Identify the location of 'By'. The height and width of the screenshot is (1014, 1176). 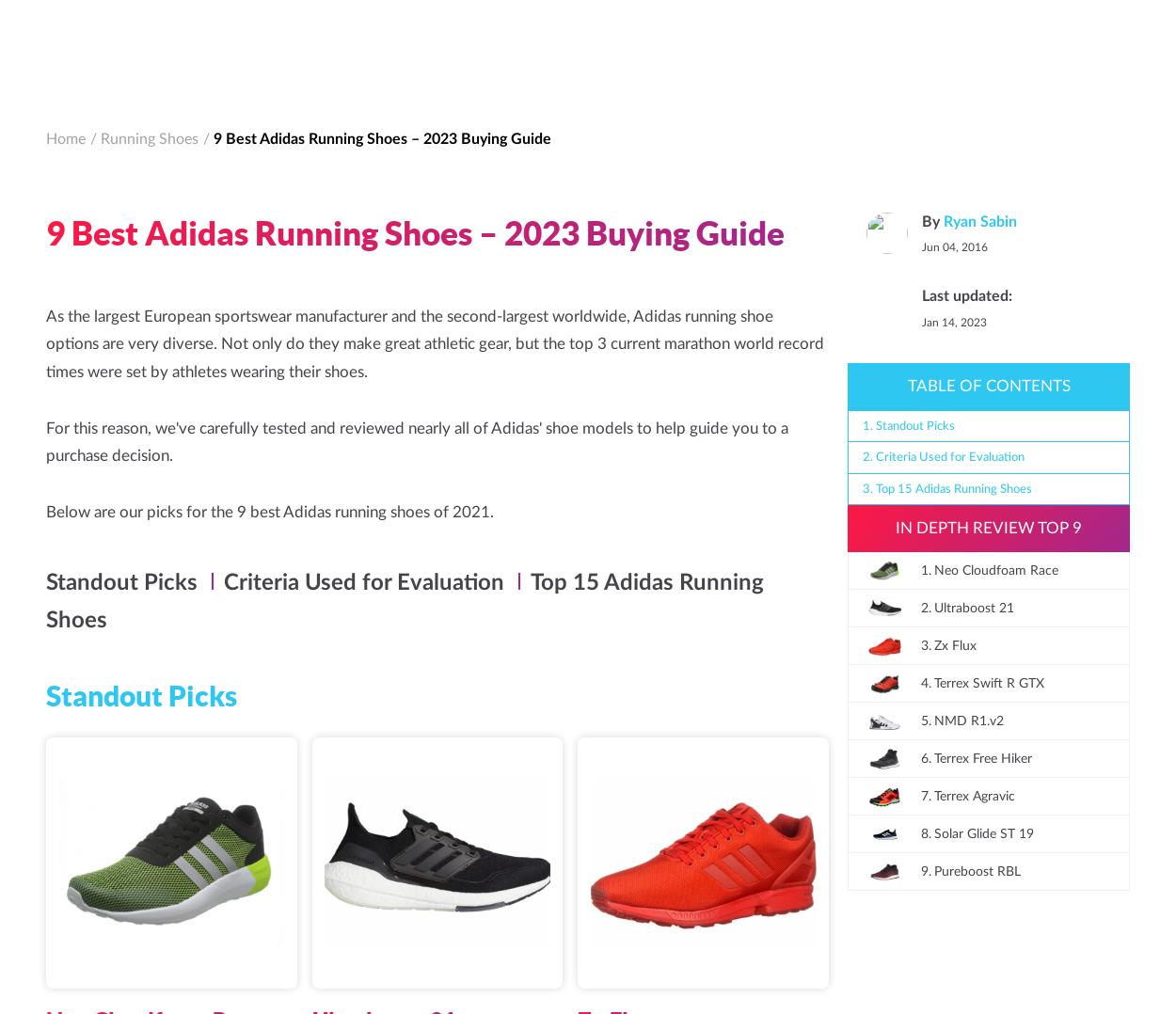
(120, 996).